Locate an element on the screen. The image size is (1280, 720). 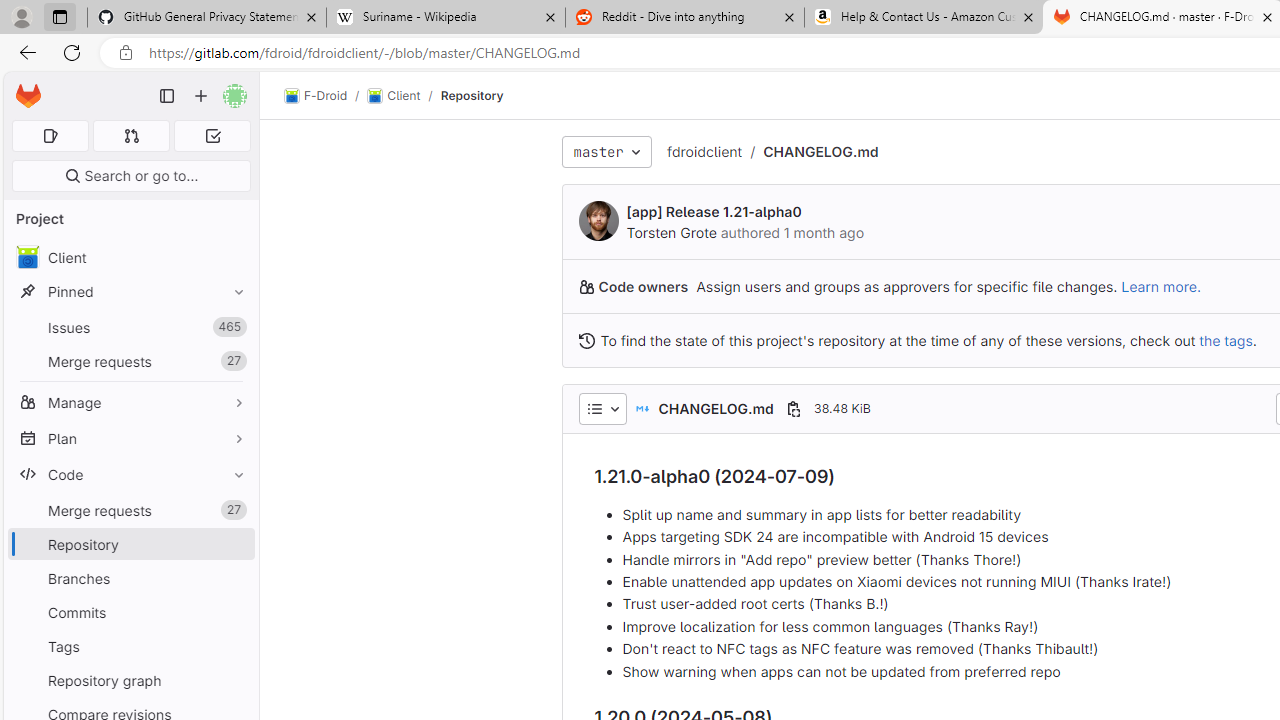
'Copy file path' is located at coordinates (792, 407).